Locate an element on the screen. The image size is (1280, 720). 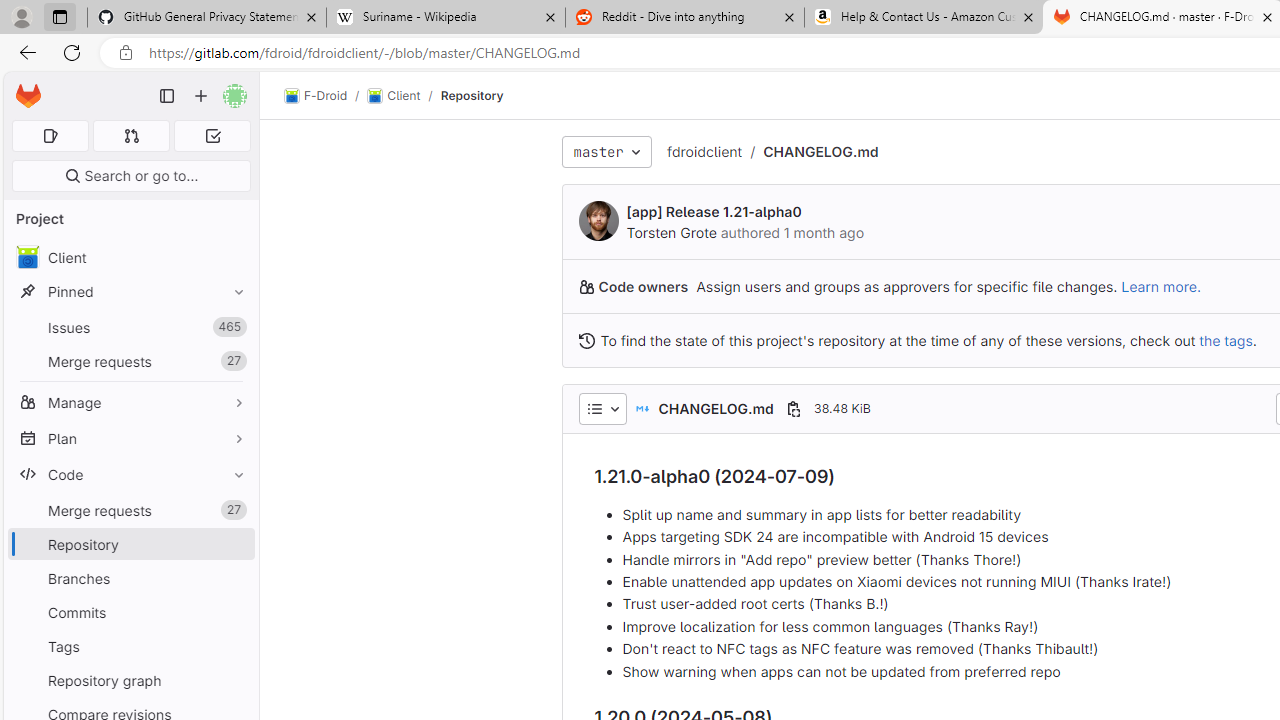
'Copy file path' is located at coordinates (792, 407).